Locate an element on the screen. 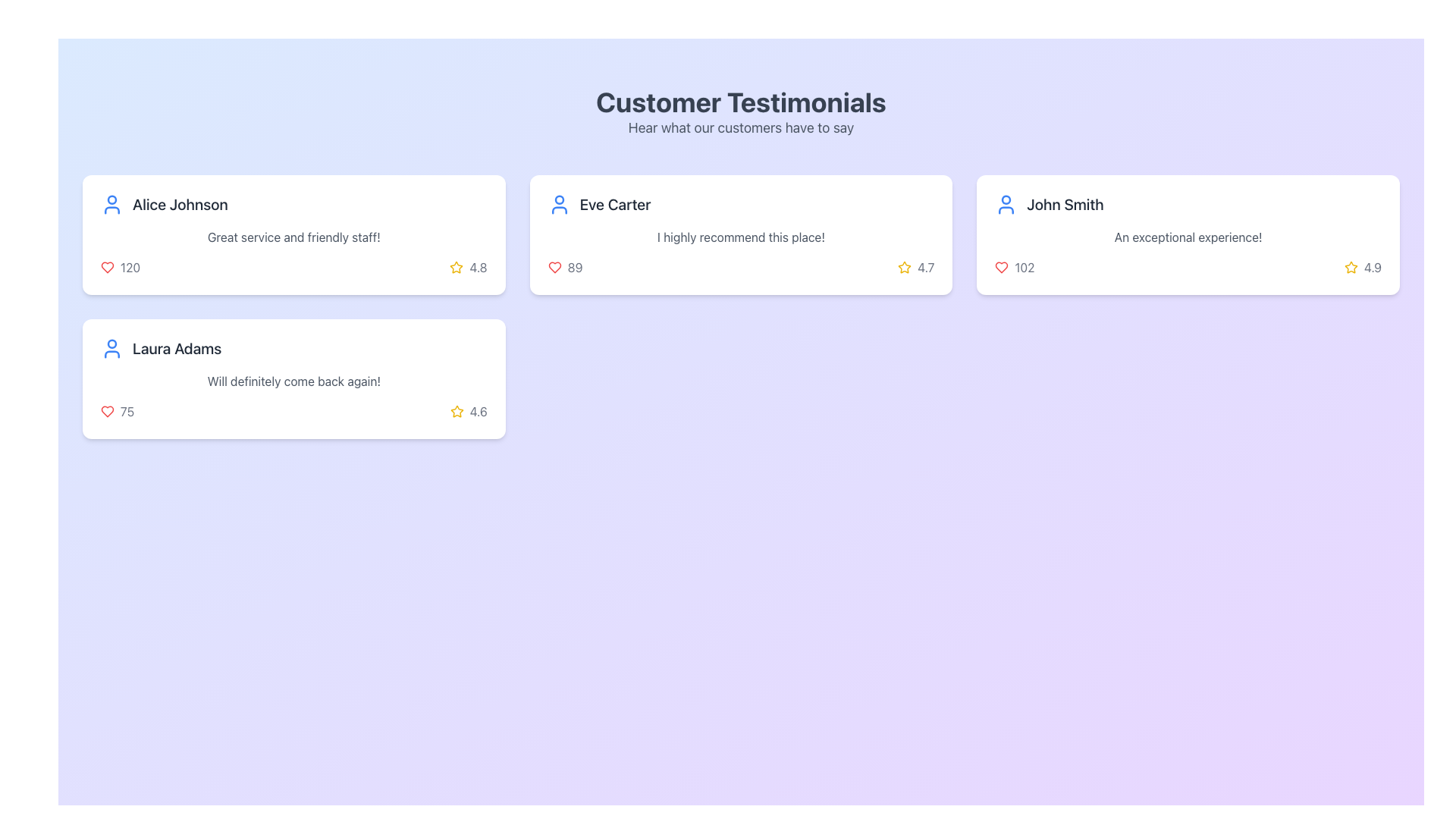 The width and height of the screenshot is (1456, 819). numeric text '4.7' displayed in a clean sans-serif font at the bottom right corner of the testimonial card for 'Eve Carter', positioned to the right of a yellow star icon is located at coordinates (925, 267).